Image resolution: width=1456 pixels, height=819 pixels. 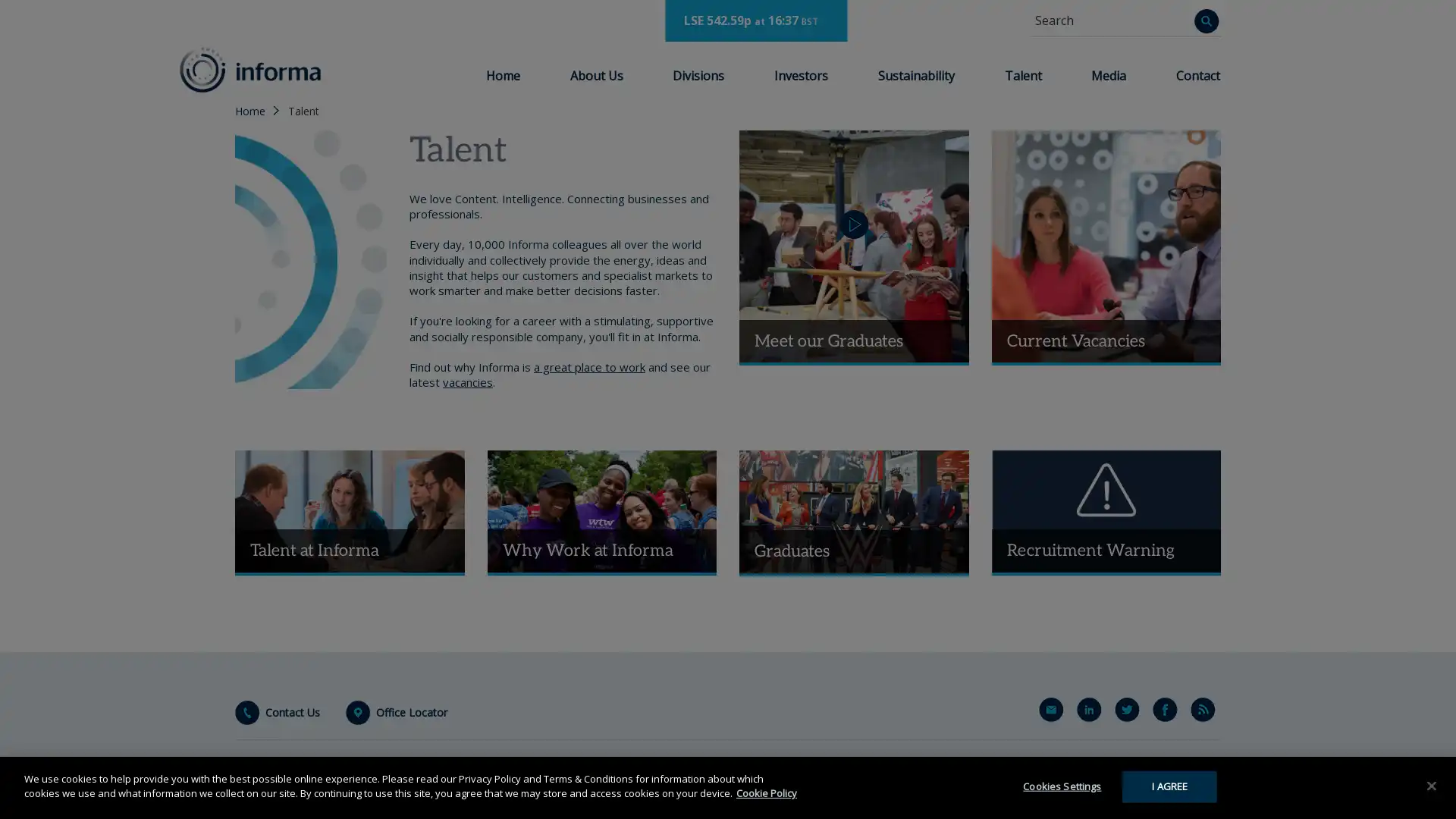 I want to click on Search, so click(x=1206, y=21).